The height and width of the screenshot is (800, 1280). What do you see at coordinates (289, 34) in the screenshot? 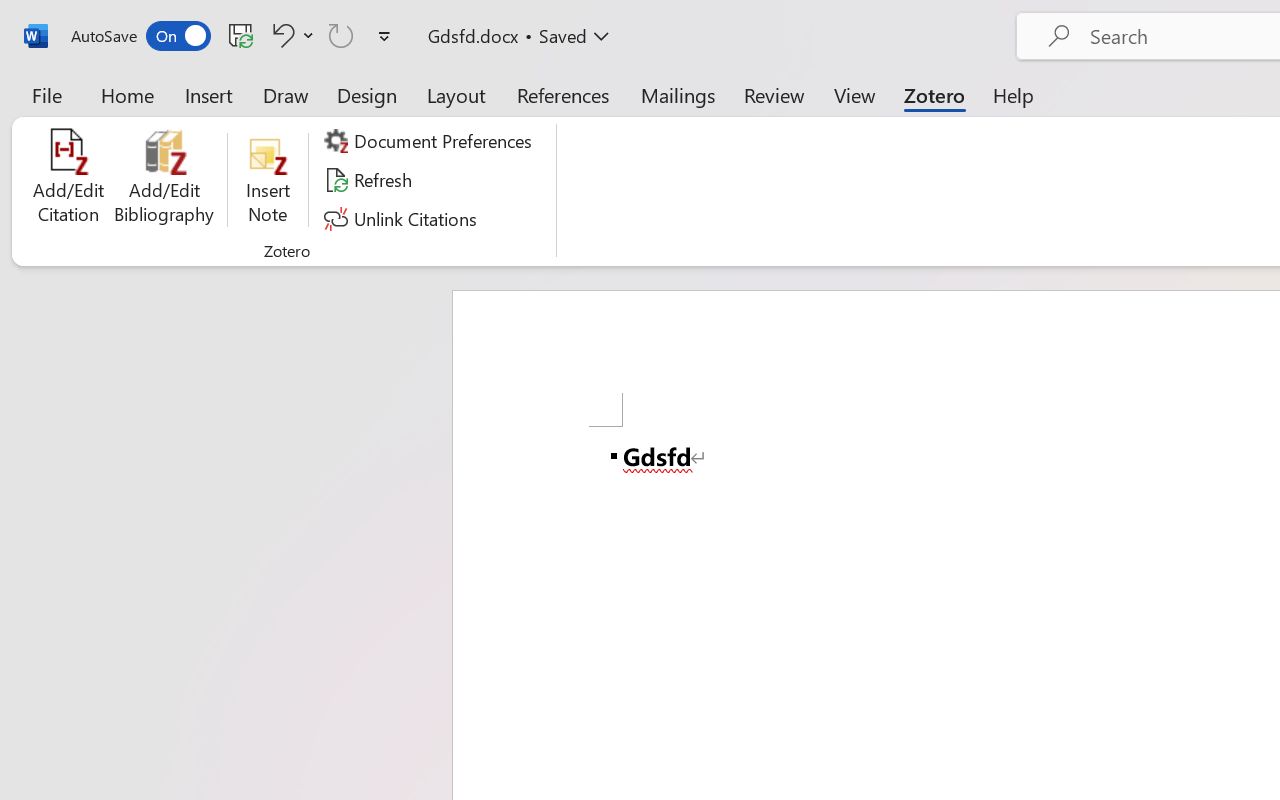
I see `'Undo <ApplyStyleToDoc>b__0'` at bounding box center [289, 34].